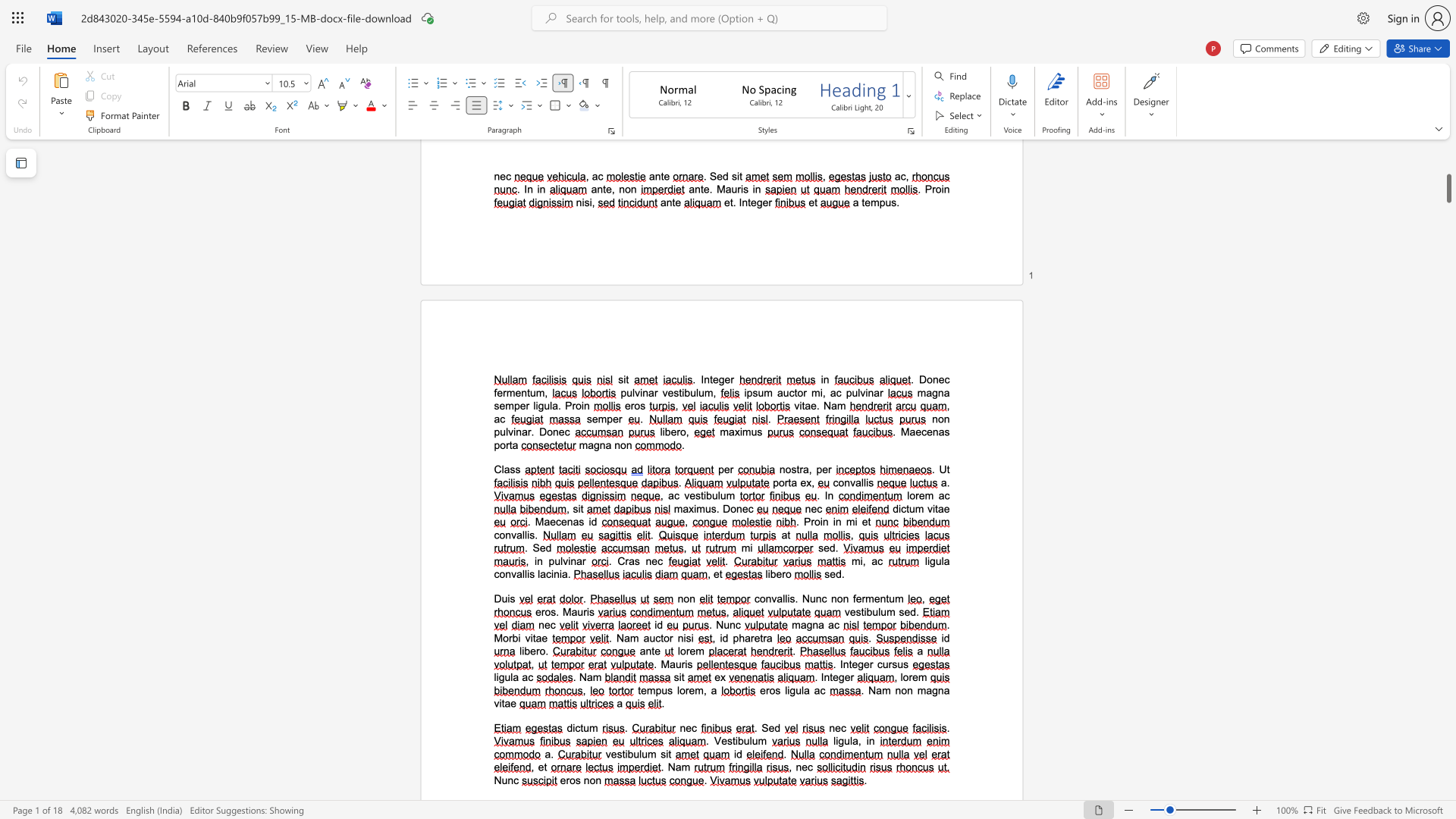 The width and height of the screenshot is (1456, 819). Describe the element at coordinates (552, 610) in the screenshot. I see `the 1th character "s" in the text` at that location.